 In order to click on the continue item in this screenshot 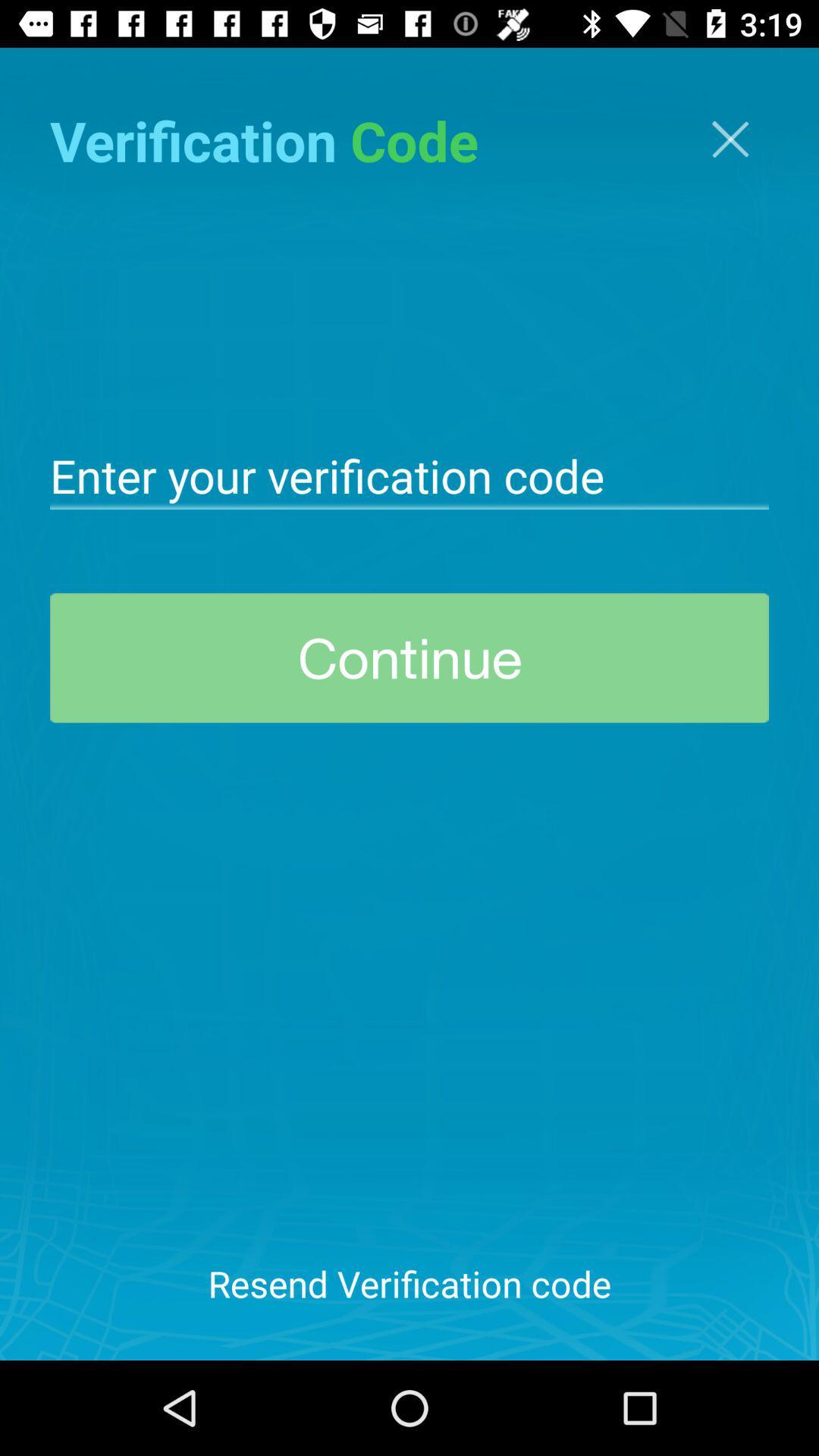, I will do `click(409, 657)`.